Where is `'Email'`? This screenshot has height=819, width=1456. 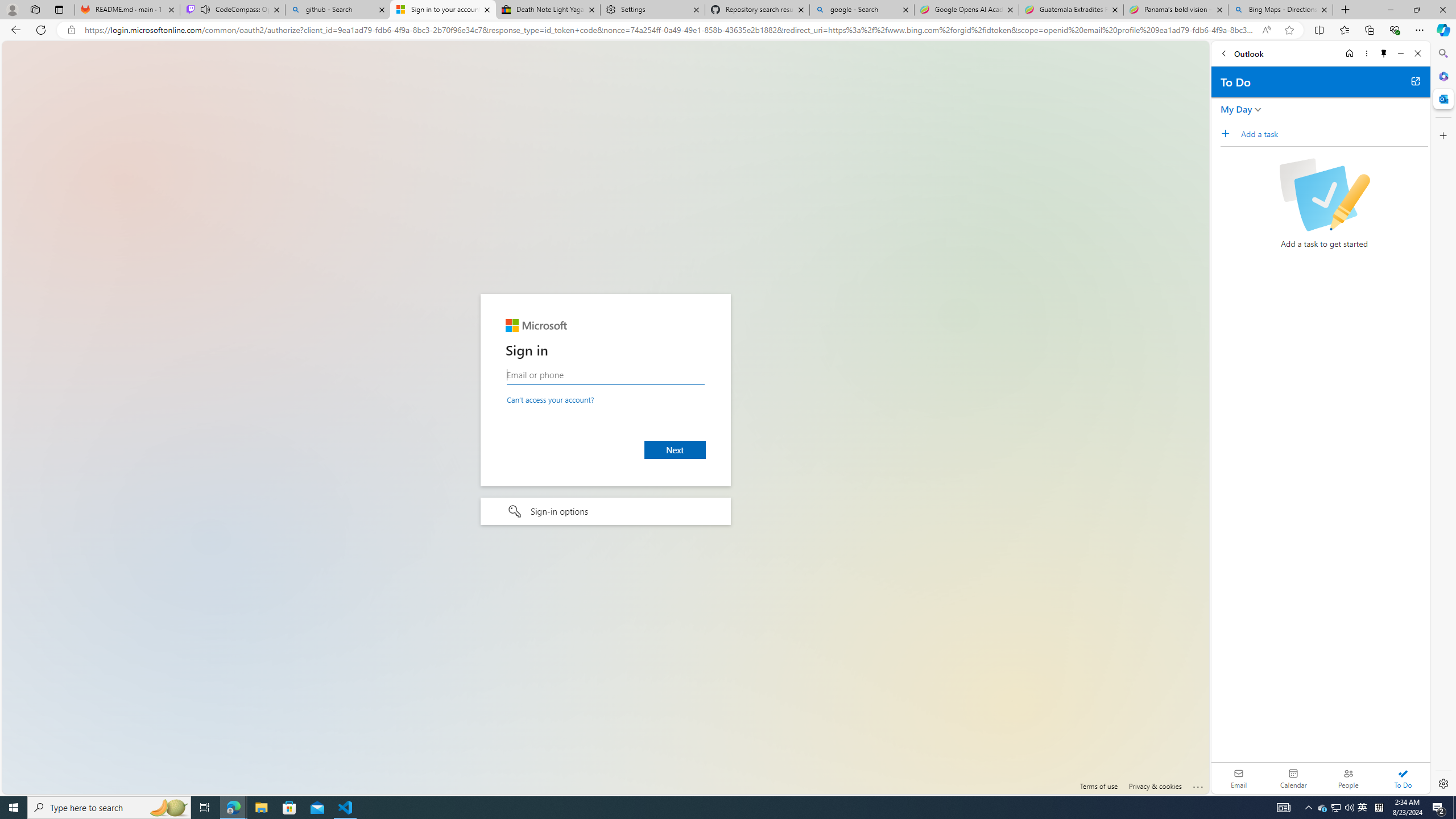
'Email' is located at coordinates (1238, 777).